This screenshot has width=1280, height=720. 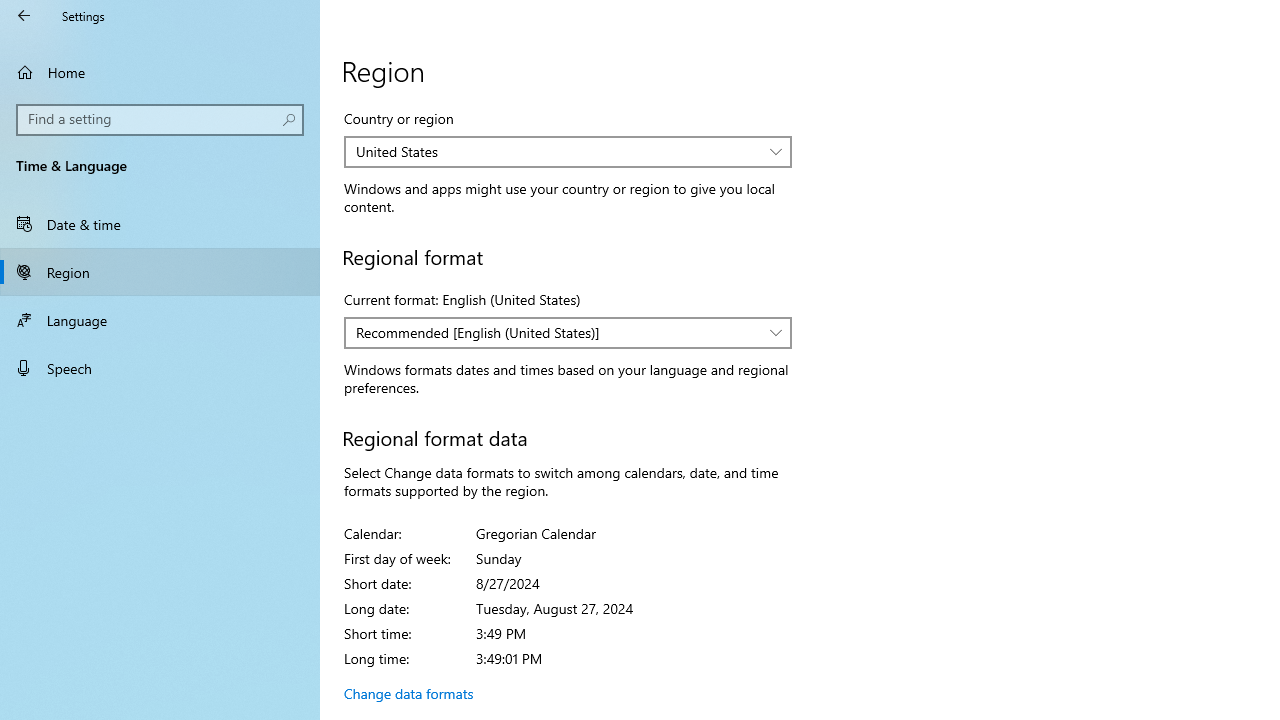 What do you see at coordinates (160, 367) in the screenshot?
I see `'Speech'` at bounding box center [160, 367].